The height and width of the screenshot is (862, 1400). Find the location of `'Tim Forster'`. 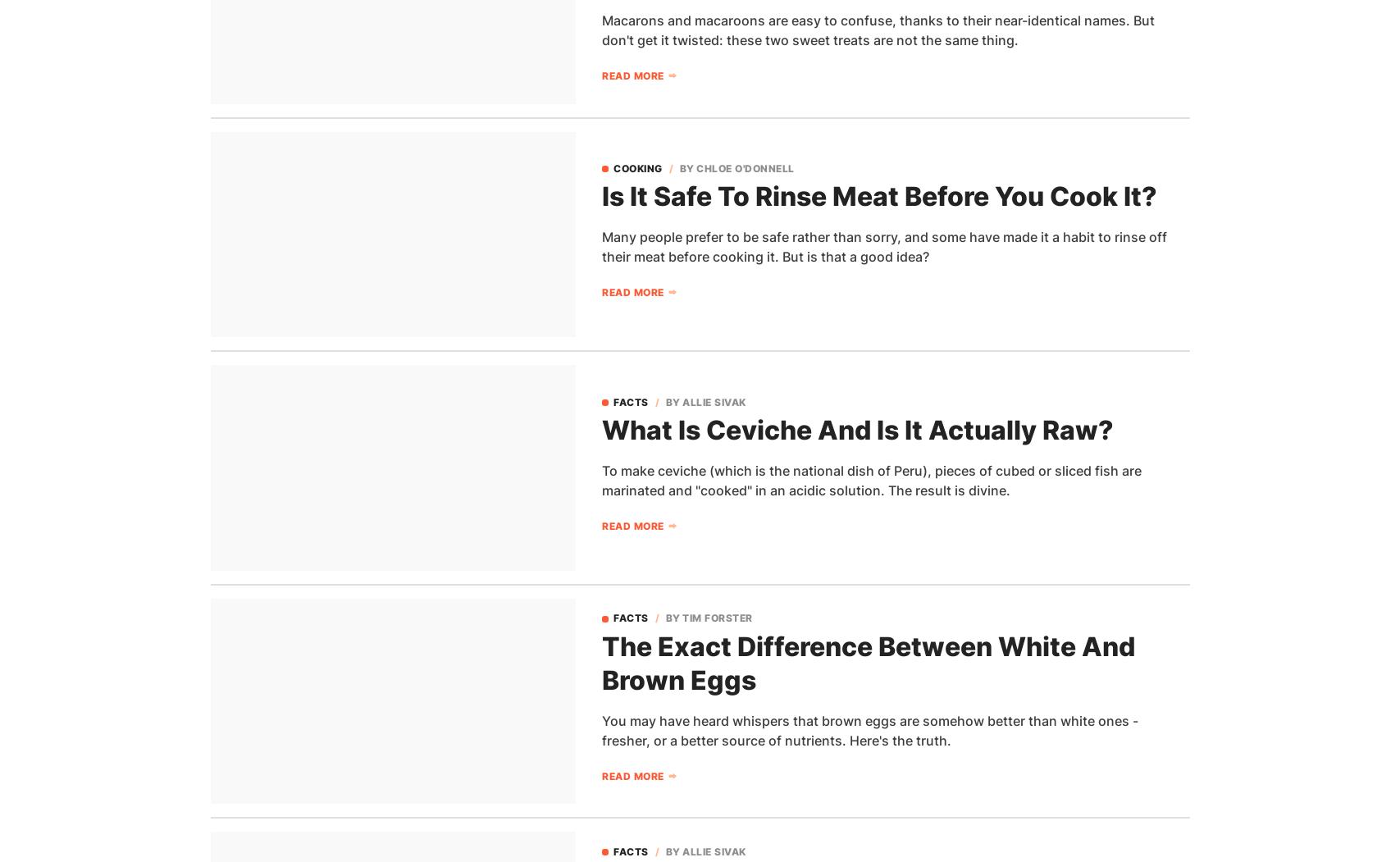

'Tim Forster' is located at coordinates (716, 618).